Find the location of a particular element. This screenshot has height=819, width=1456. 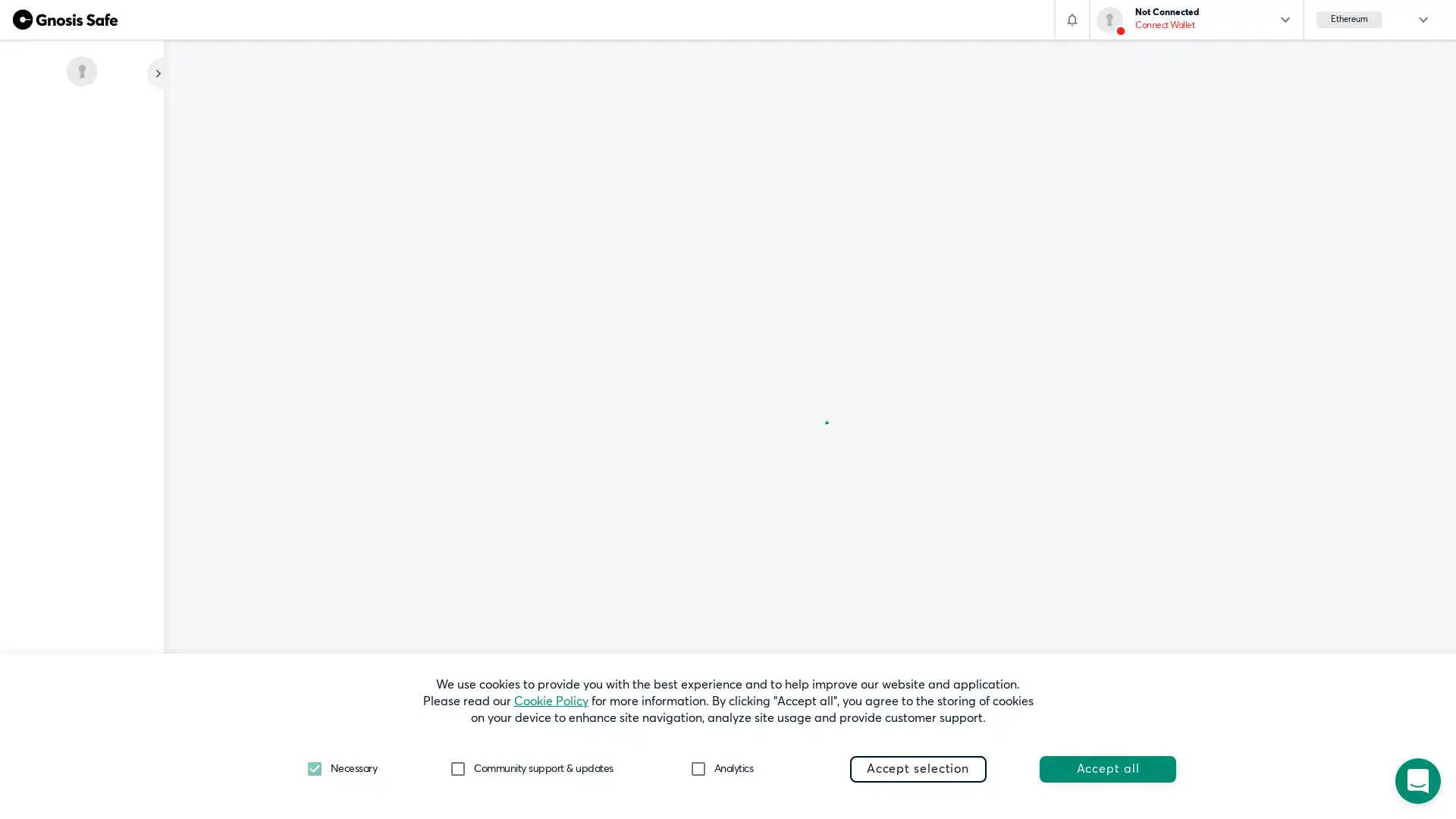

What's new is located at coordinates (81, 758).